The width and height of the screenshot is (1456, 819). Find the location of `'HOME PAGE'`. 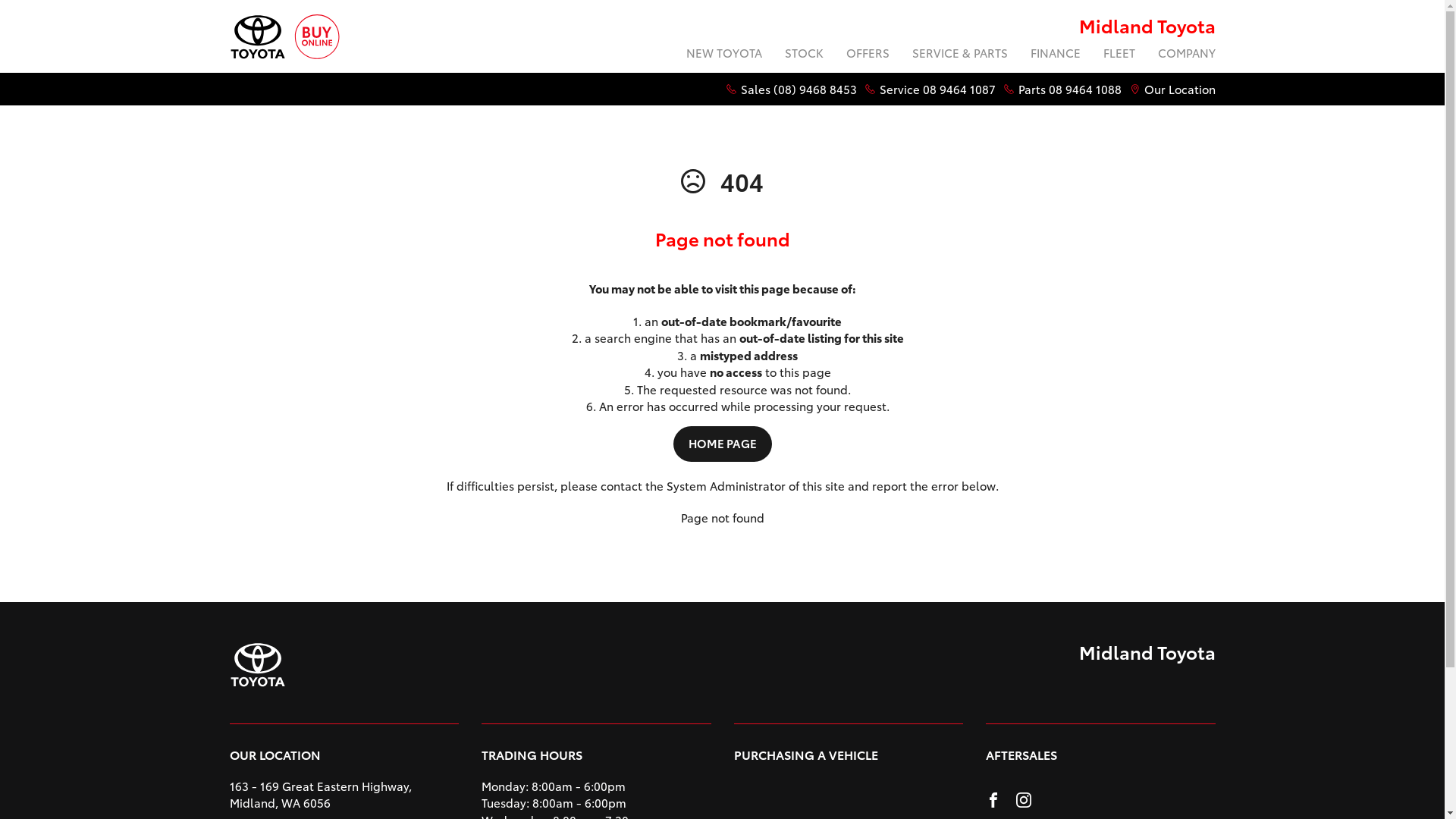

'HOME PAGE' is located at coordinates (722, 444).